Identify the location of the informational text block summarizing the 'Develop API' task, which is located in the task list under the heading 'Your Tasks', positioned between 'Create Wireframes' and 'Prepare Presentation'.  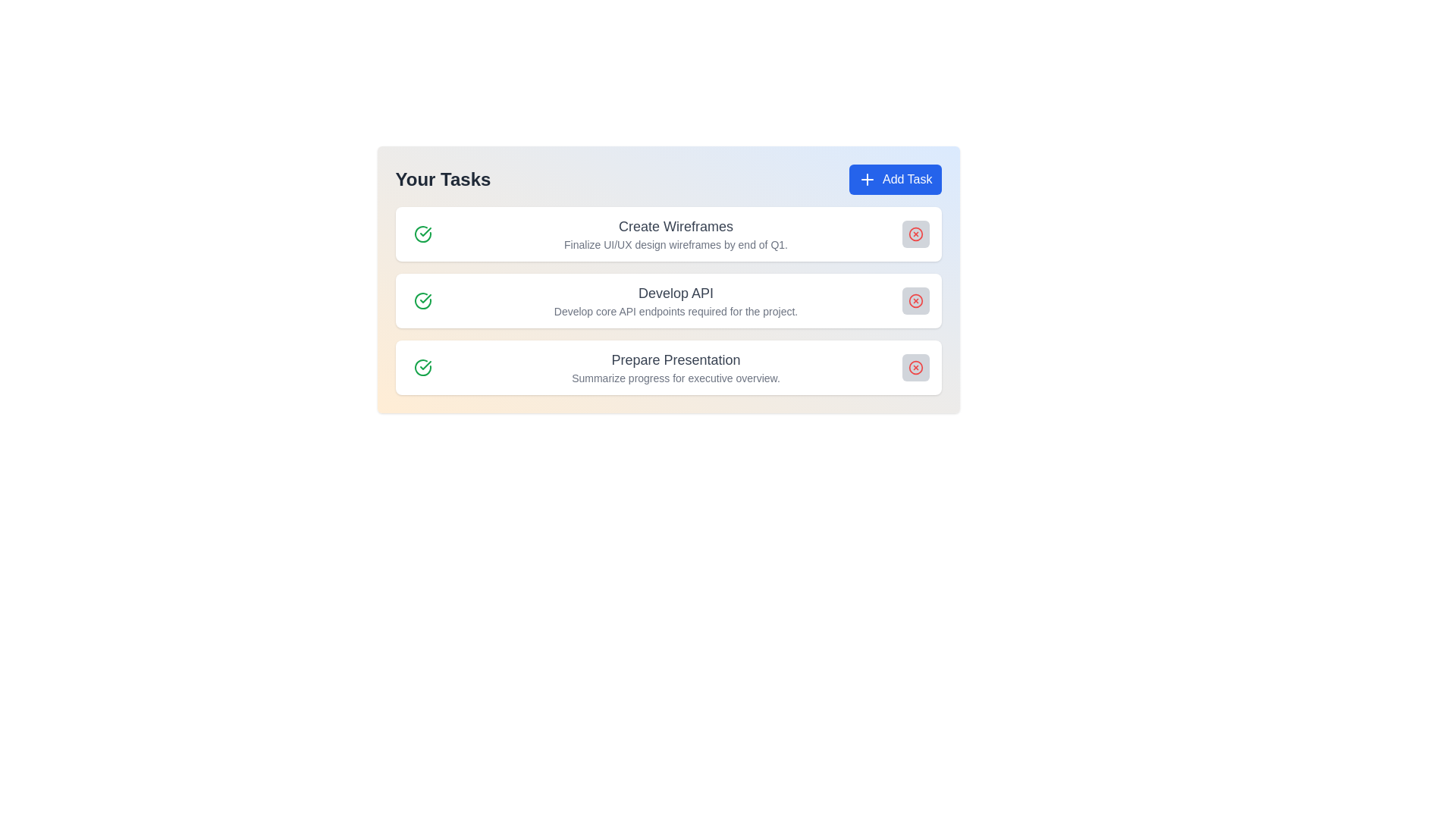
(667, 301).